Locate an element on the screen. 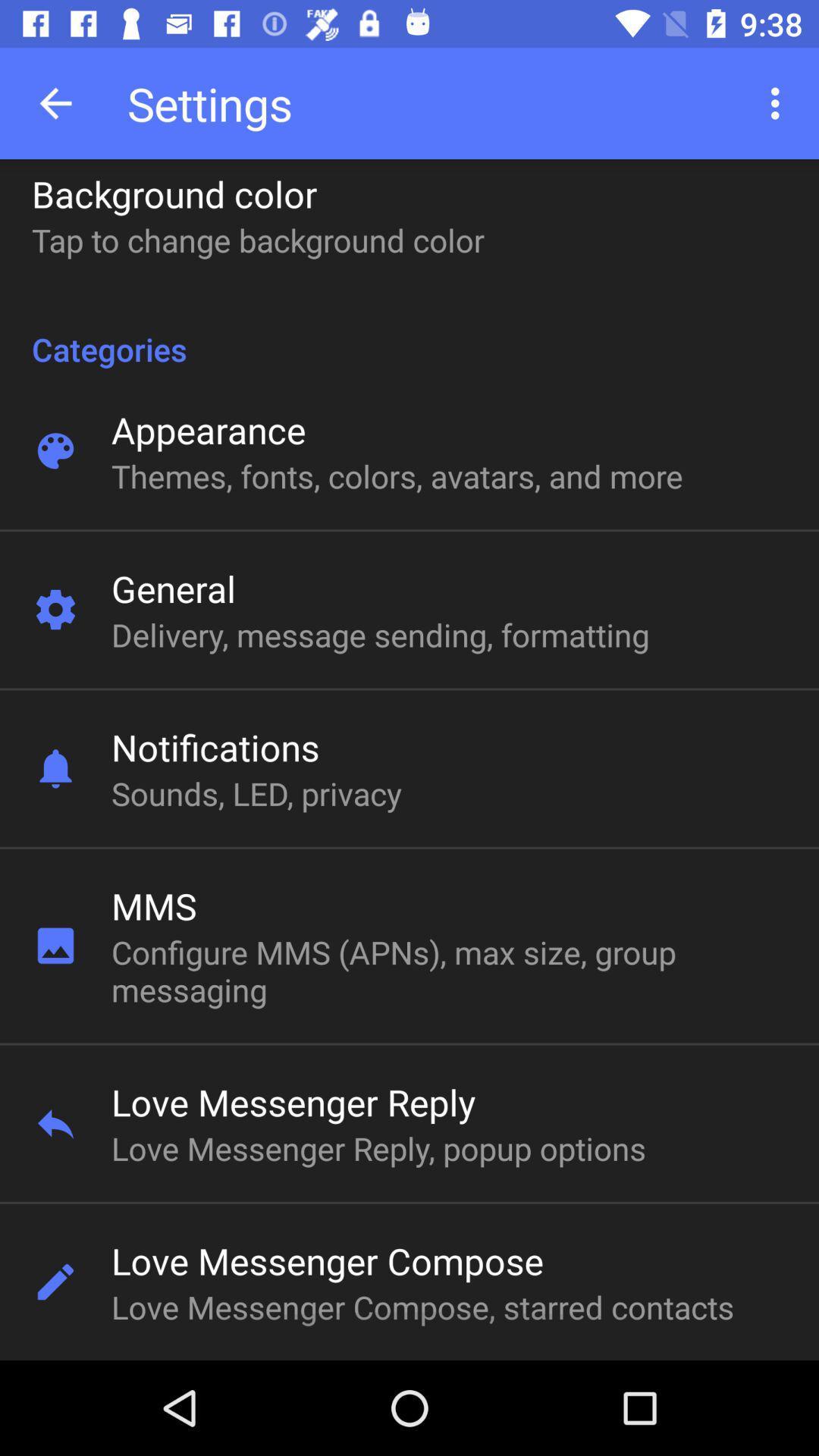  categories icon is located at coordinates (409, 332).